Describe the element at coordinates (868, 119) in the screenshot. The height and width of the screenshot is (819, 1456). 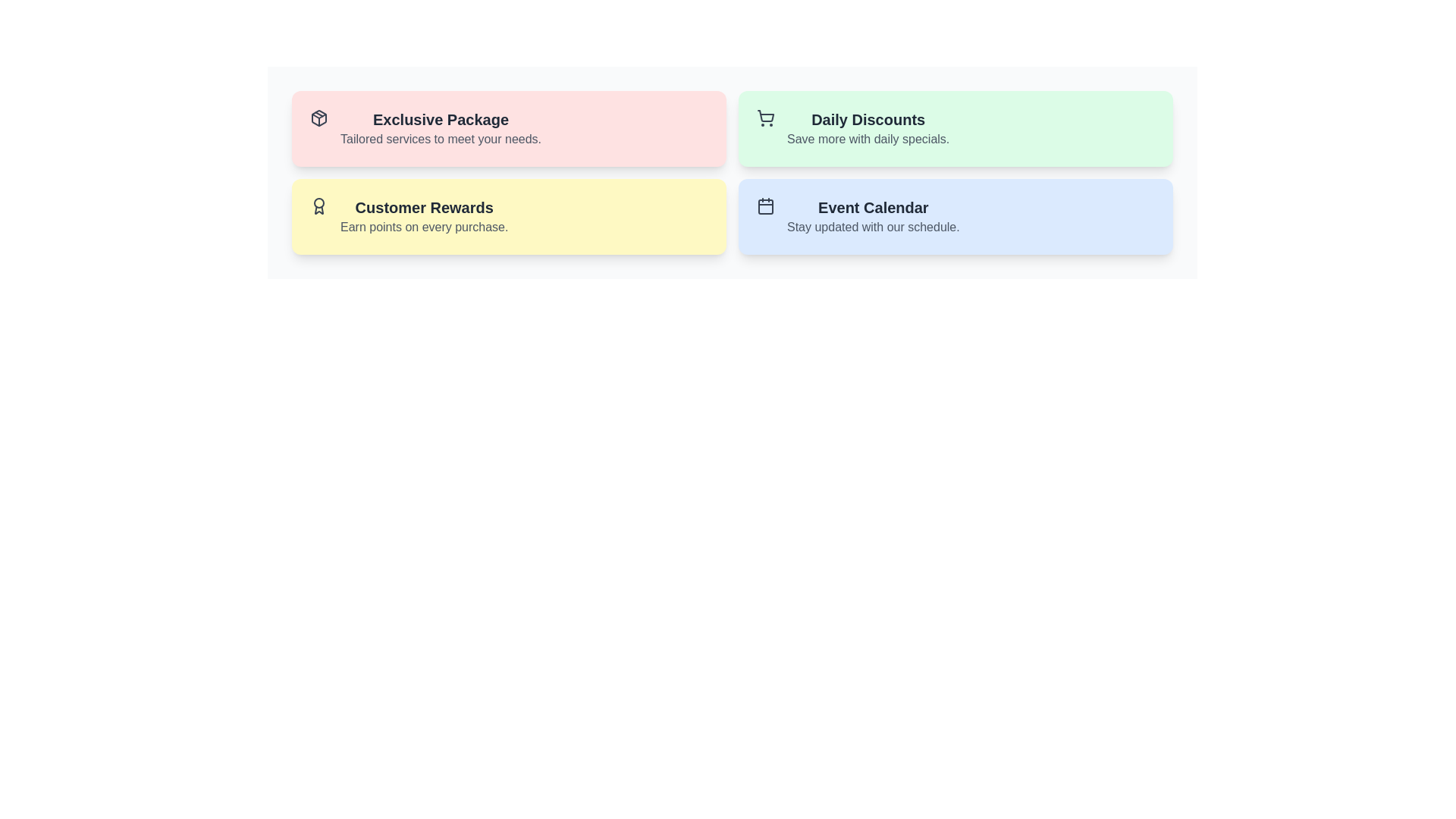
I see `the title text element that describes daily discounts, positioned centrally above the text 'Save more with daily specials.' within the green box in the upper right section of the interface` at that location.